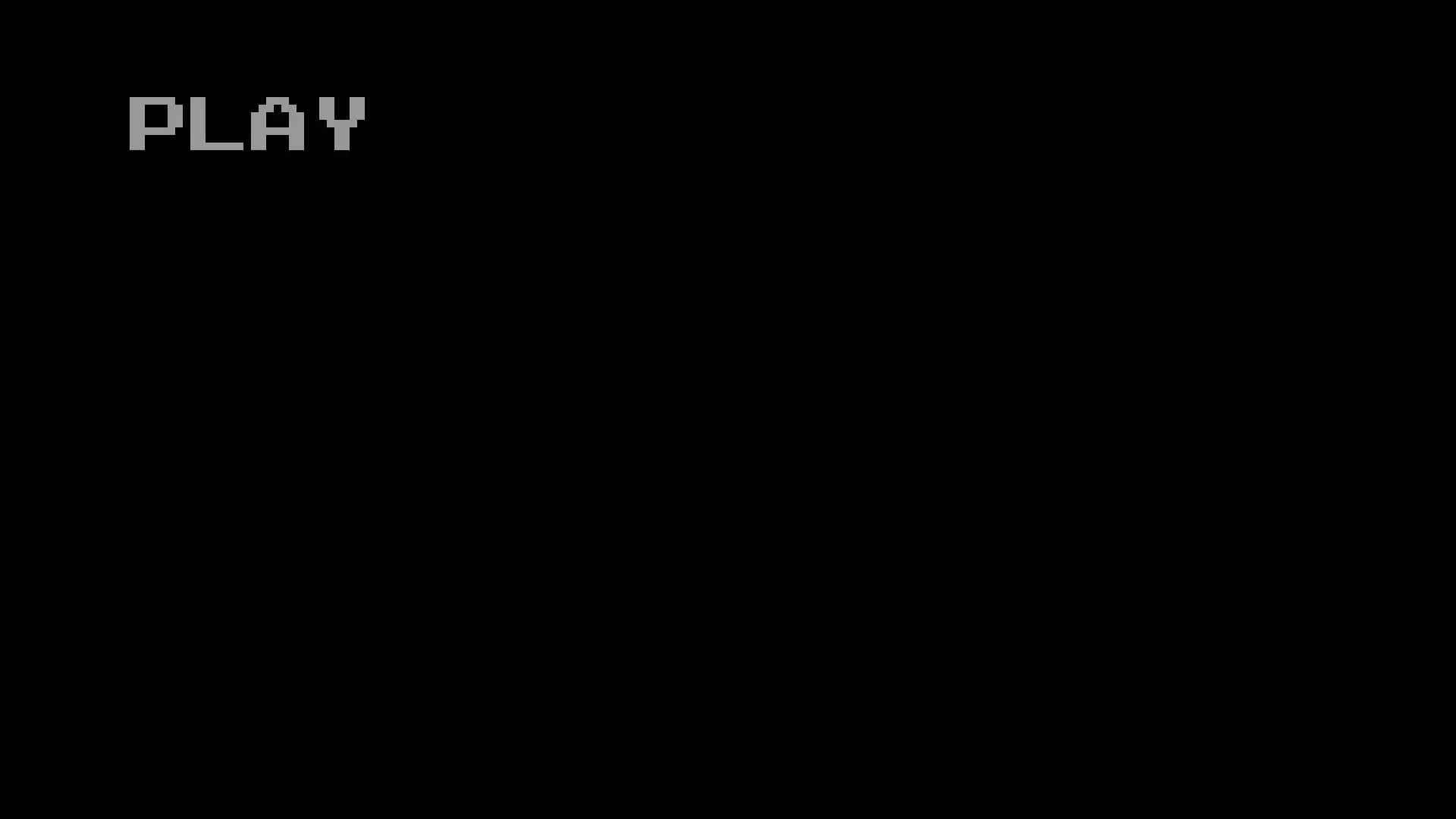 The width and height of the screenshot is (1456, 819). What do you see at coordinates (243, 118) in the screenshot?
I see `Play` at bounding box center [243, 118].